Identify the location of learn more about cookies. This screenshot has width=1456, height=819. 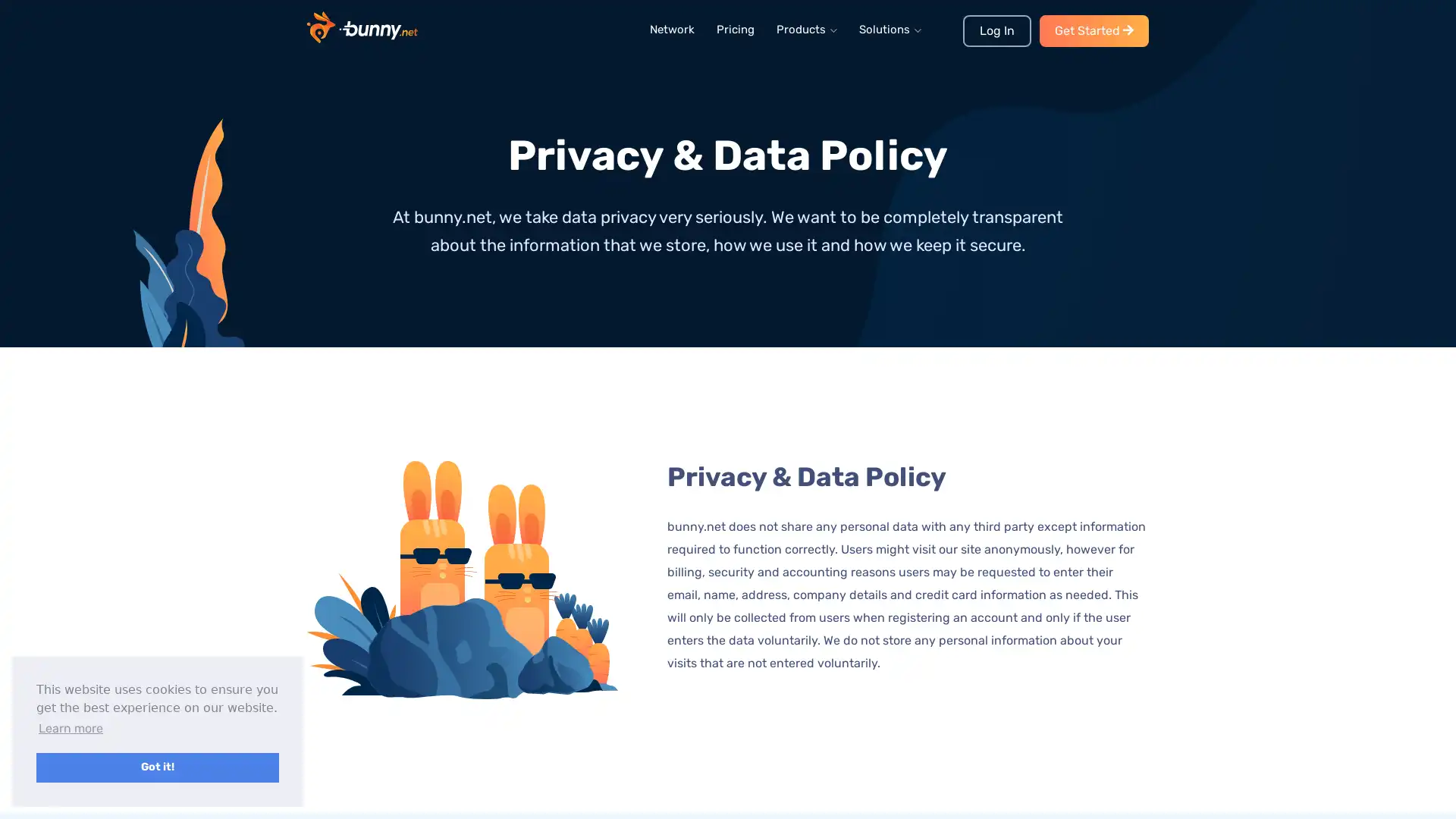
(70, 727).